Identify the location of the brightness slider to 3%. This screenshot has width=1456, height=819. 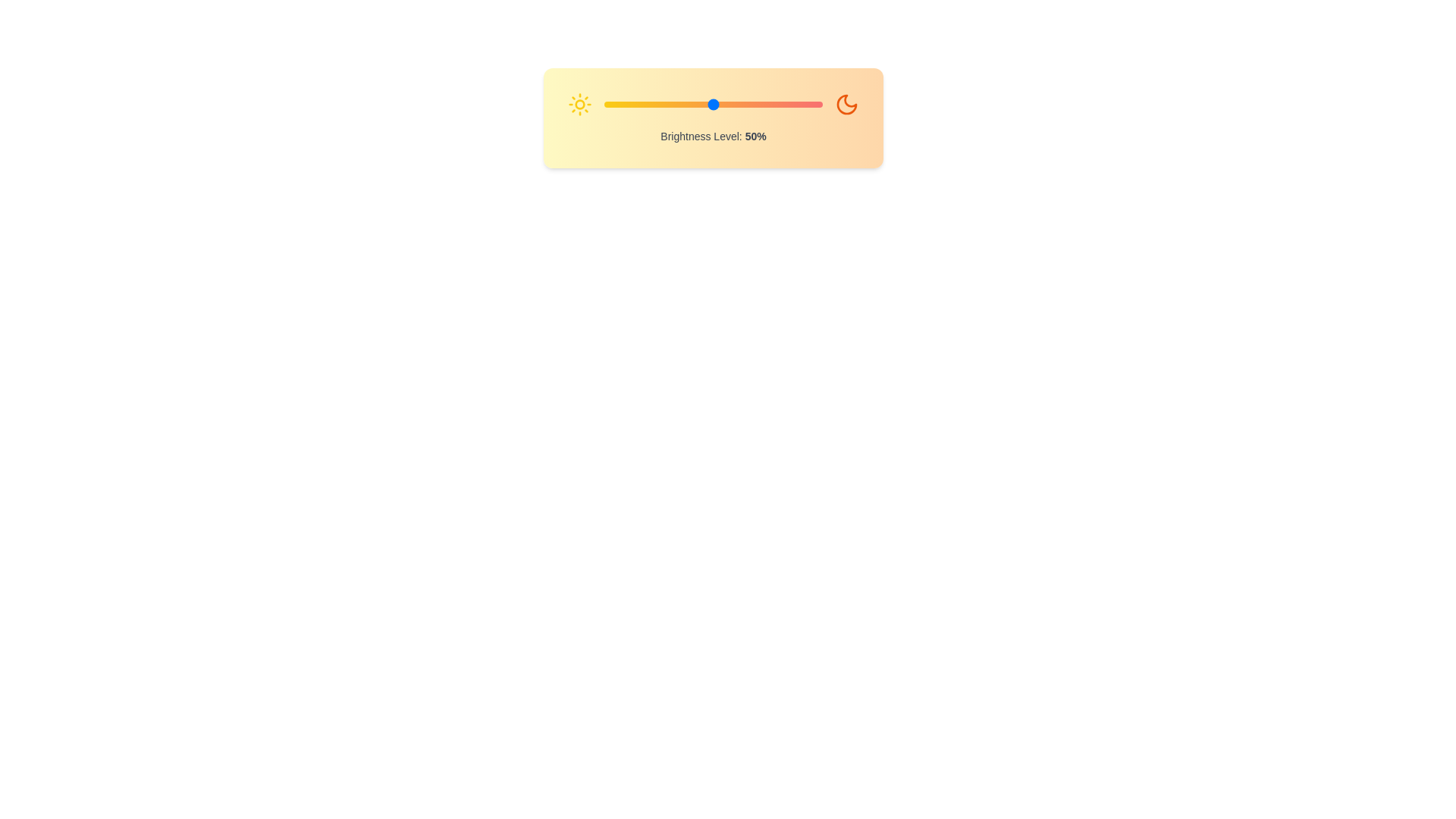
(610, 104).